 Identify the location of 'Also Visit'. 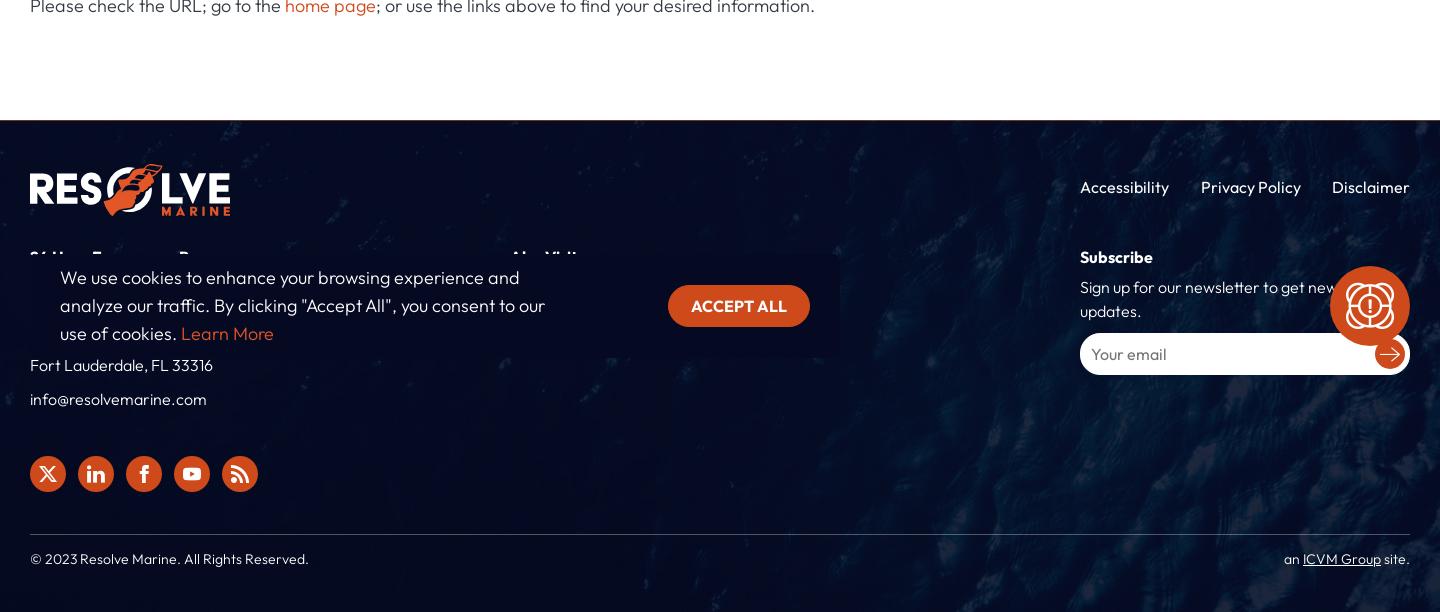
(543, 255).